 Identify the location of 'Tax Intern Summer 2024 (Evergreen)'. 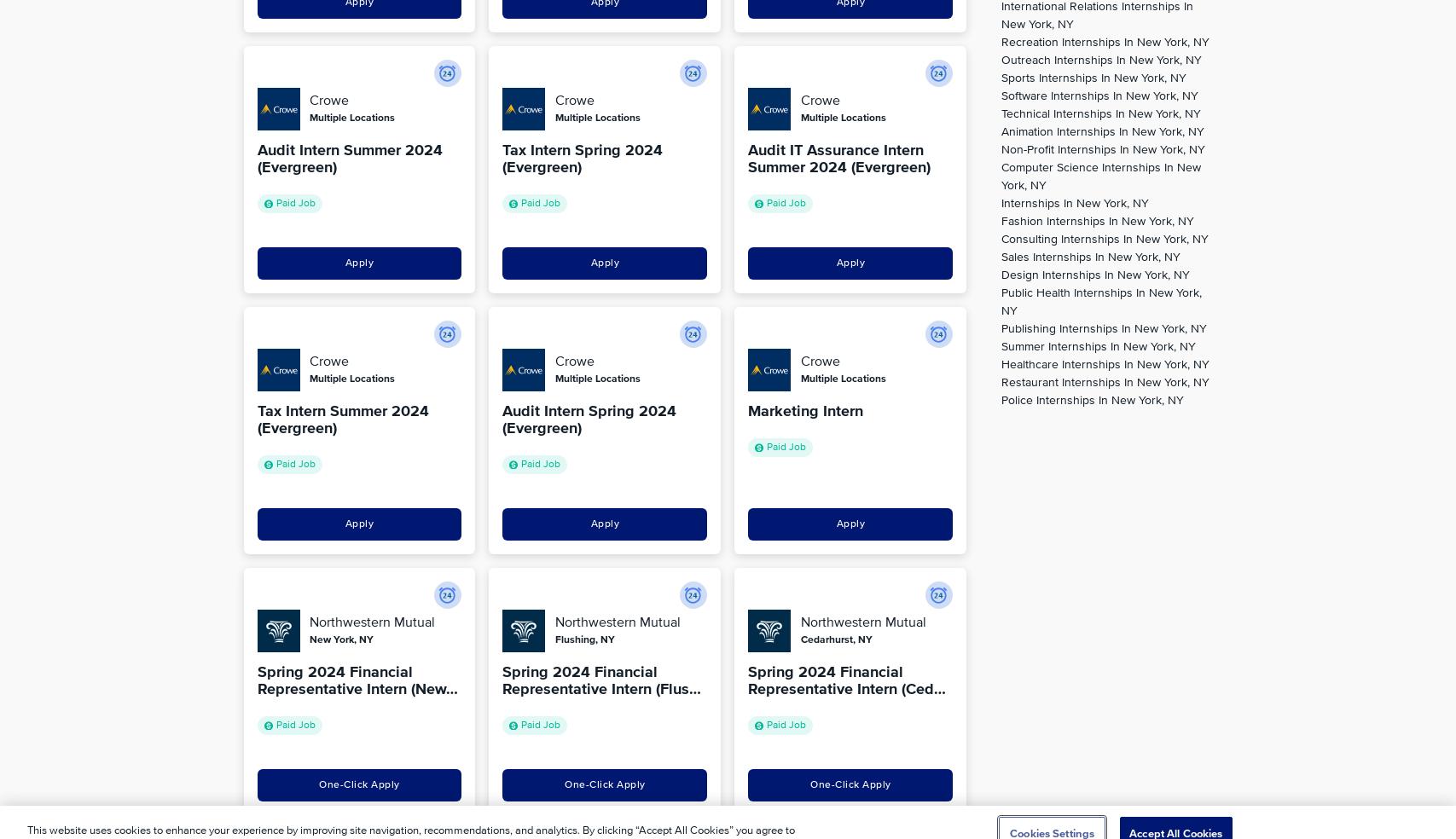
(342, 419).